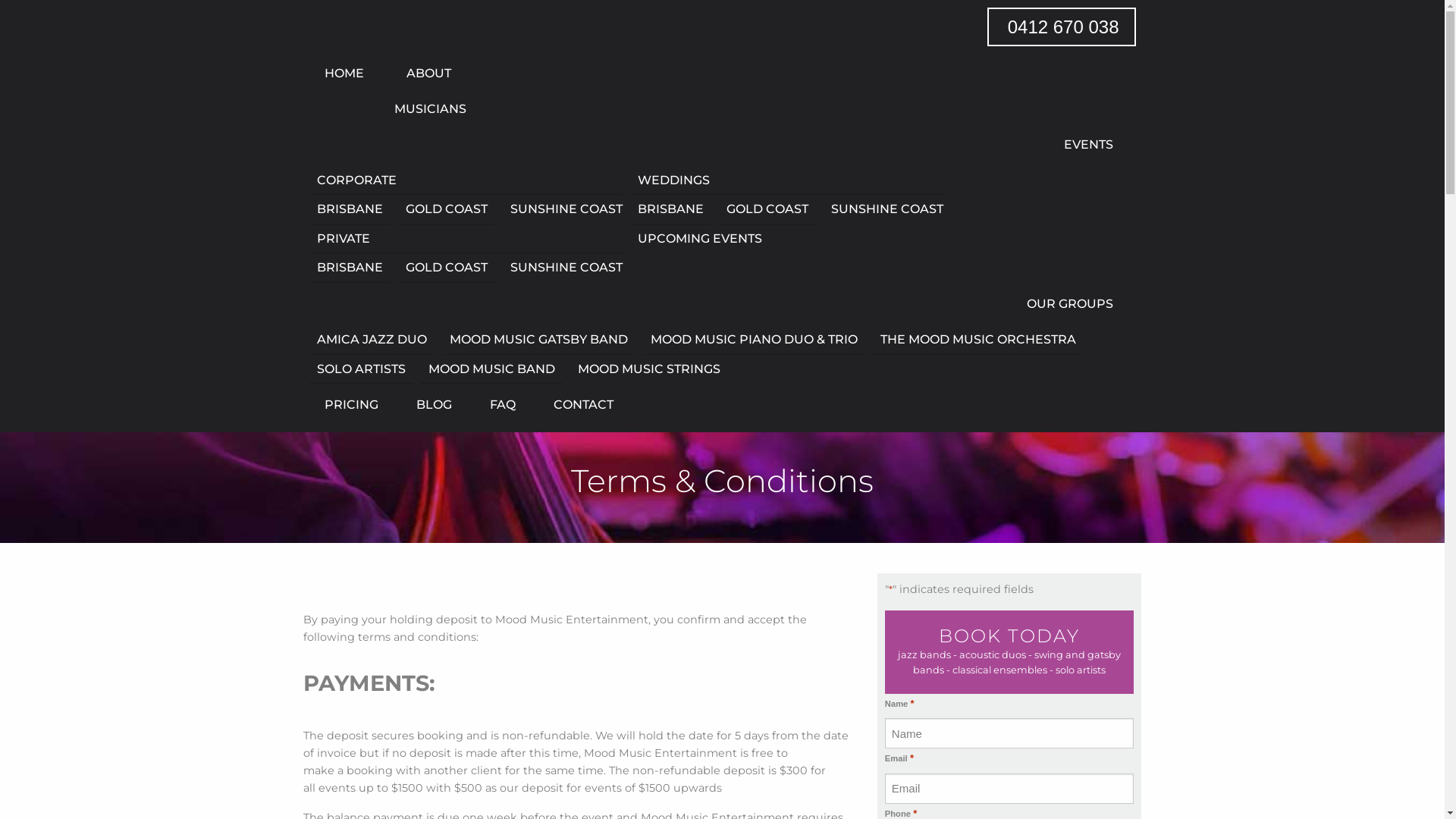 The height and width of the screenshot is (819, 1456). I want to click on '0412 670 038', so click(1061, 27).